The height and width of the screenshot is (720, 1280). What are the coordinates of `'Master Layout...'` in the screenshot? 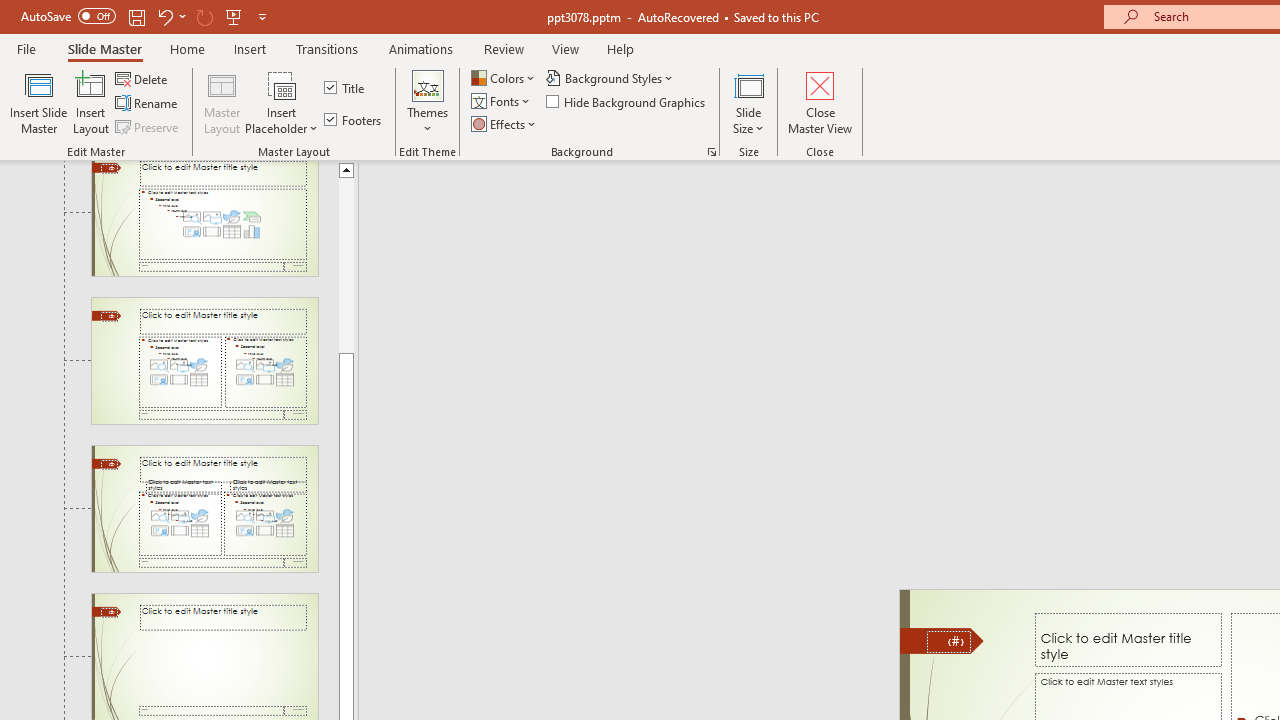 It's located at (222, 103).